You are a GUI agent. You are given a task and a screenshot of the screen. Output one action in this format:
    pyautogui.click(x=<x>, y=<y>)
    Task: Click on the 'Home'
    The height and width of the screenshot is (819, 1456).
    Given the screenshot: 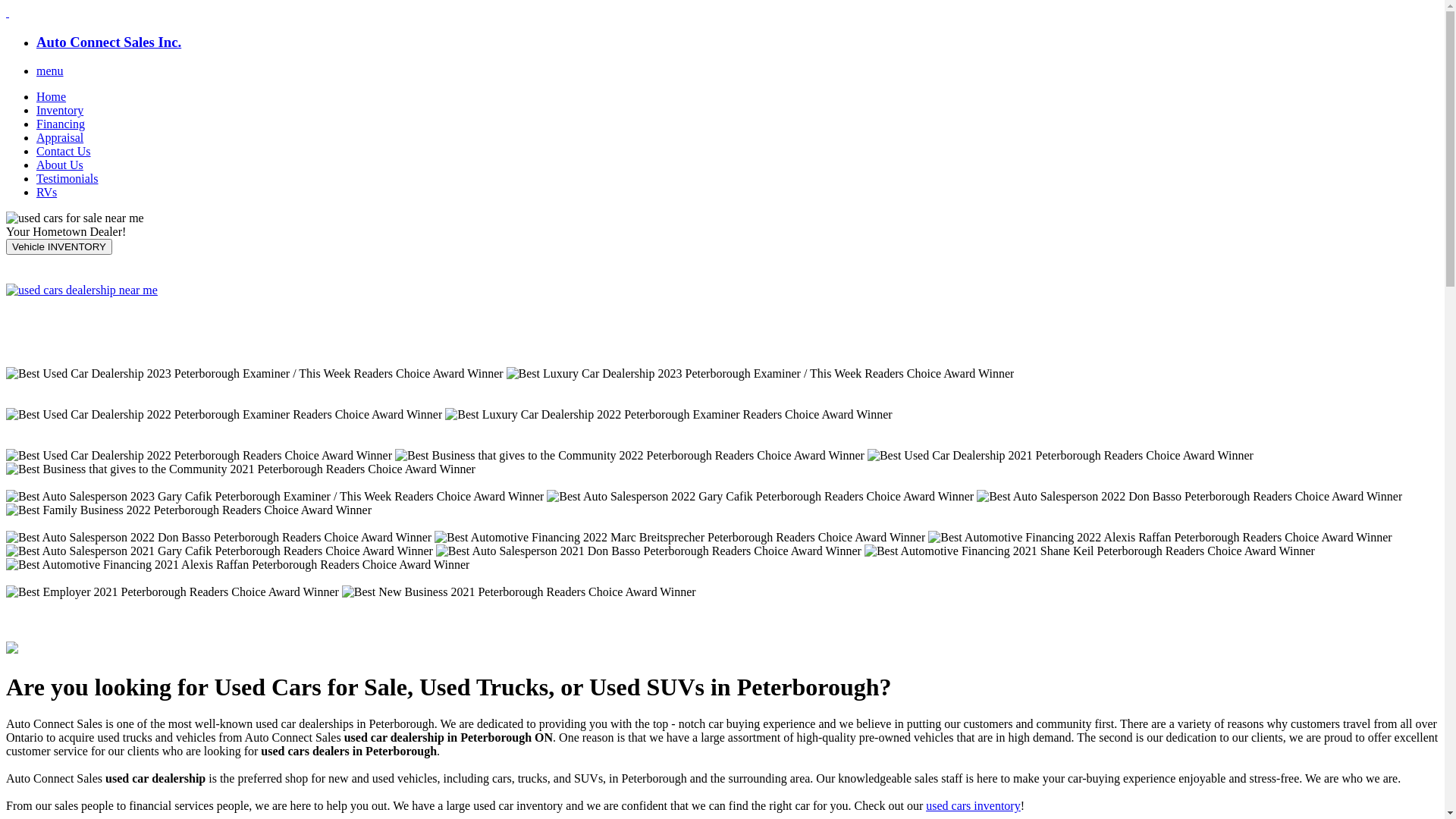 What is the action you would take?
    pyautogui.click(x=51, y=96)
    